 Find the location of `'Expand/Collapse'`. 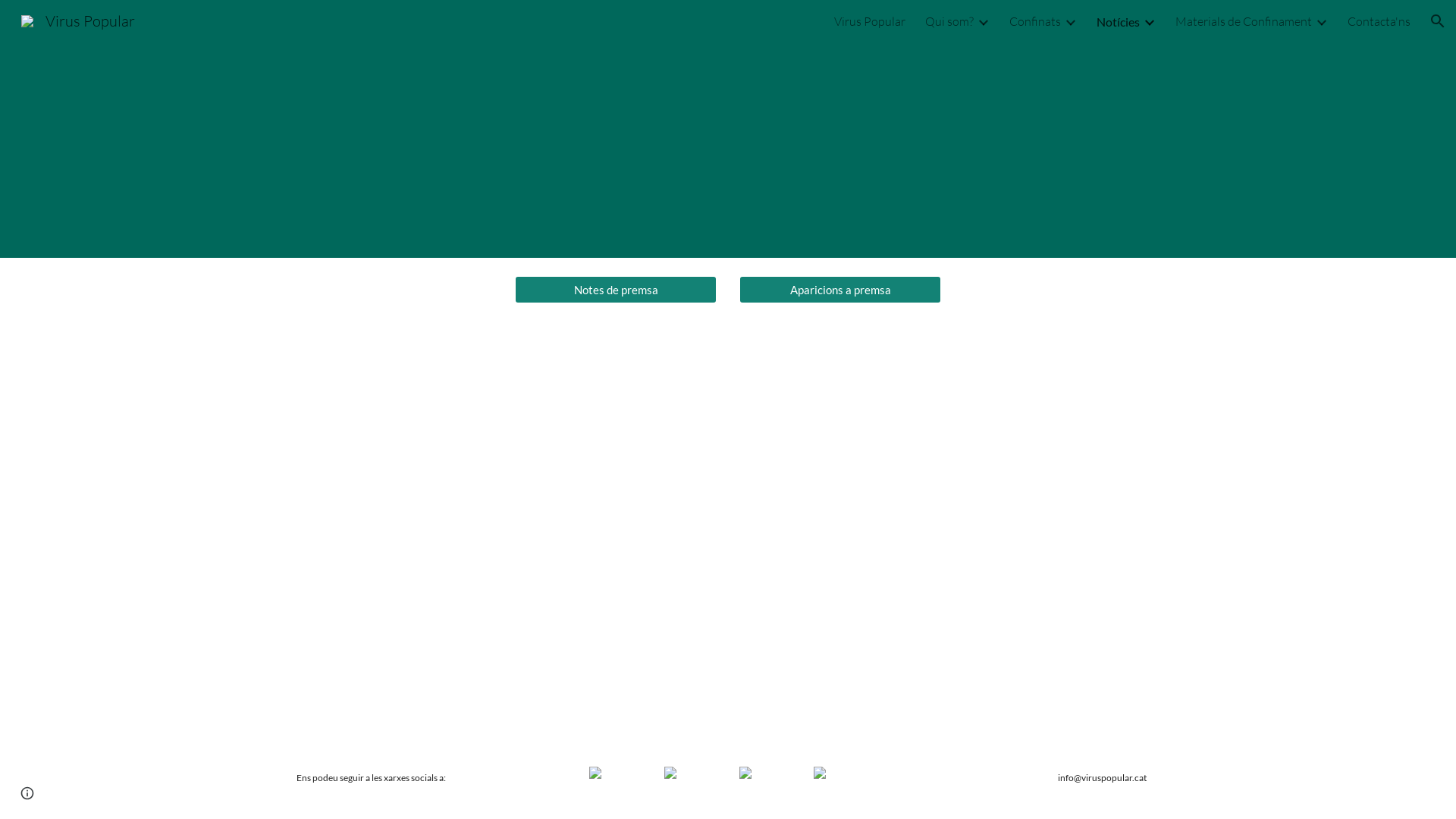

'Expand/Collapse' is located at coordinates (1149, 20).